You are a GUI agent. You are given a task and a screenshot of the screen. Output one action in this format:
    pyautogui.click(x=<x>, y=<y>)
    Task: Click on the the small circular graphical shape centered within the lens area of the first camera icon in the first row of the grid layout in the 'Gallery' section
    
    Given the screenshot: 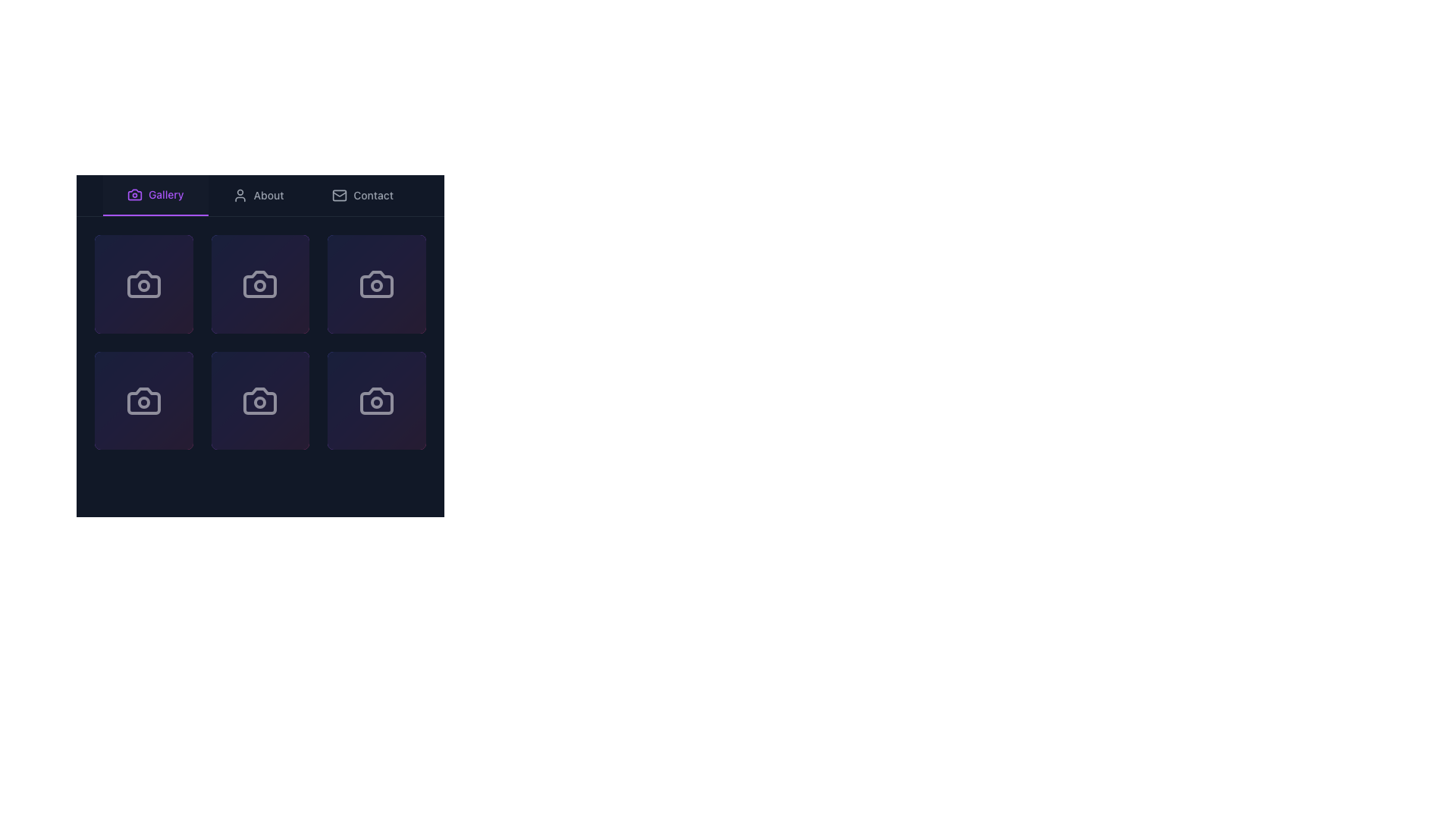 What is the action you would take?
    pyautogui.click(x=143, y=285)
    